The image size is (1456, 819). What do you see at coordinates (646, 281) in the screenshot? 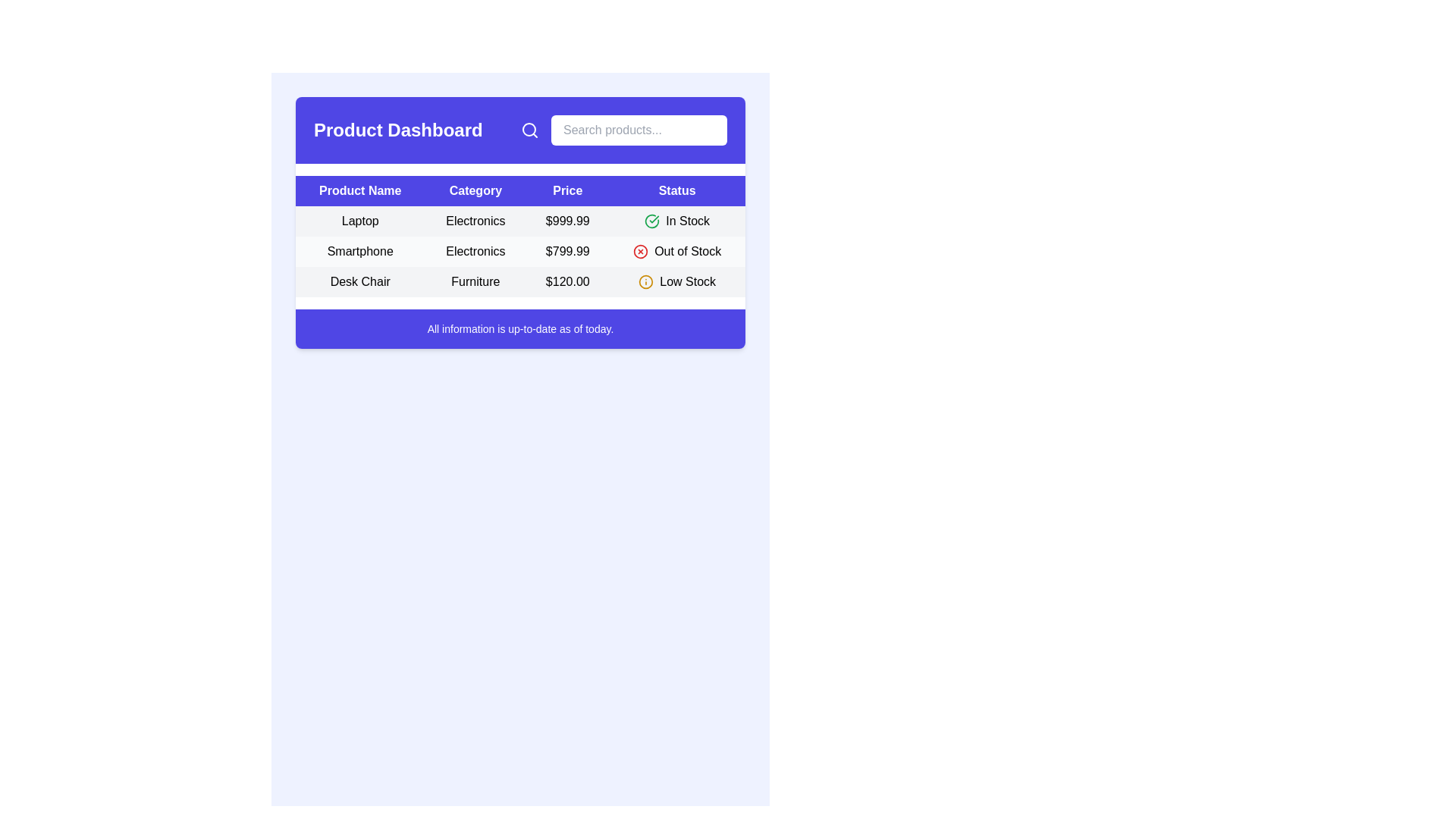
I see `the informational indicator icon for 'Low Stock' status located to the left of the text label in the Status column of the last row in the dashboard table` at bounding box center [646, 281].